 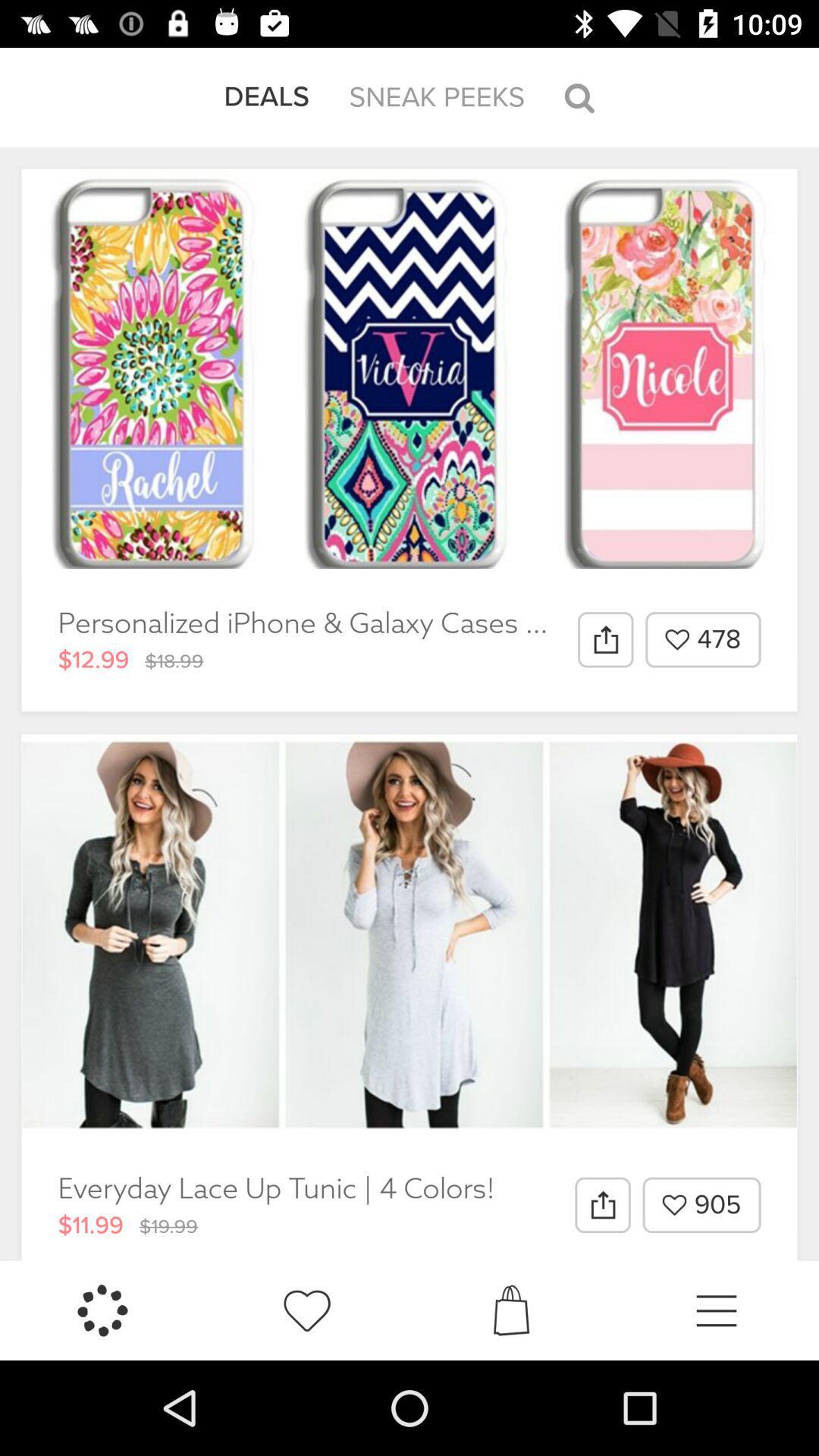 What do you see at coordinates (265, 96) in the screenshot?
I see `the item next to the sneak peeks item` at bounding box center [265, 96].